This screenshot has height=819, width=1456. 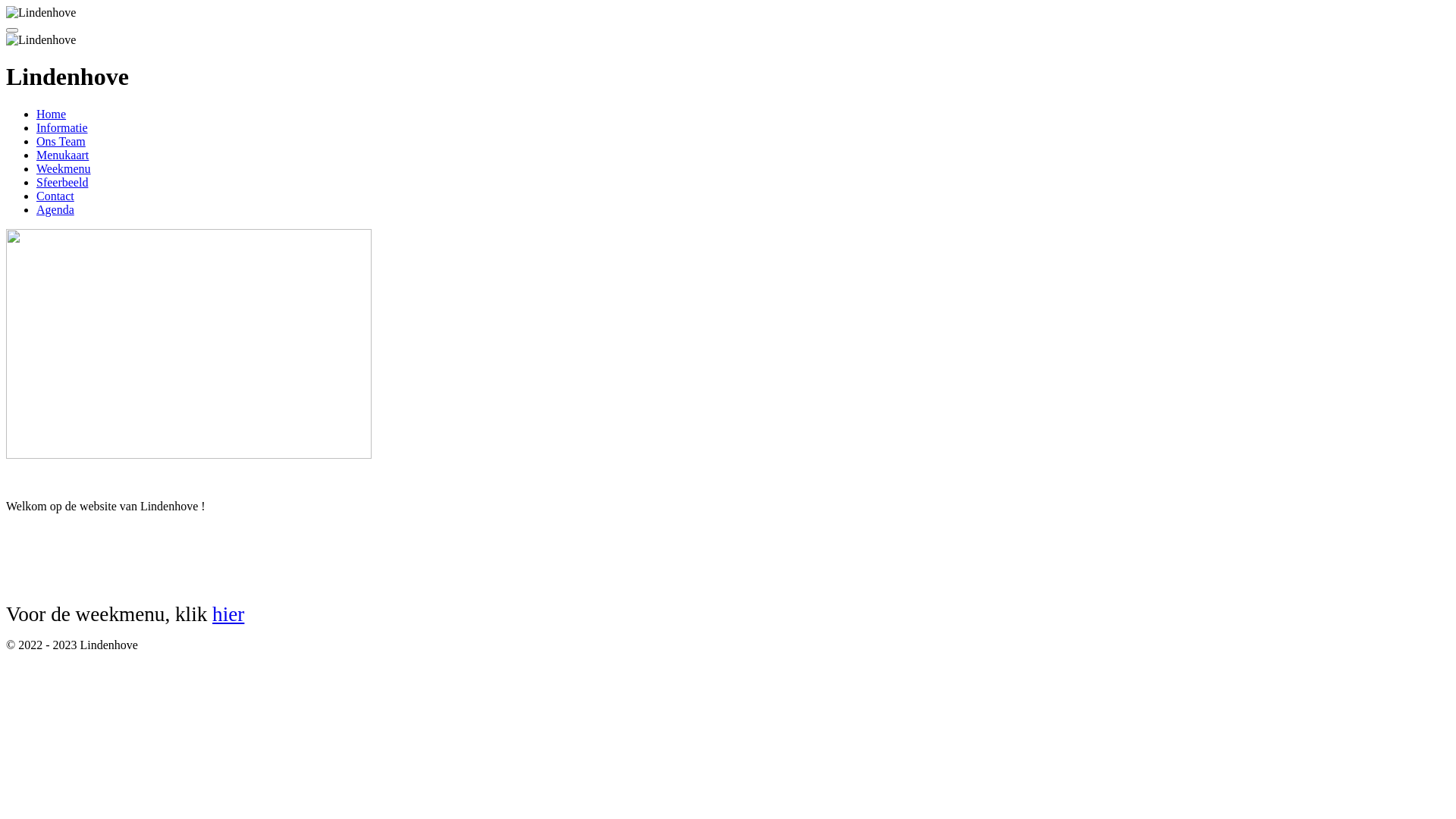 I want to click on 'Ons Team', so click(x=61, y=141).